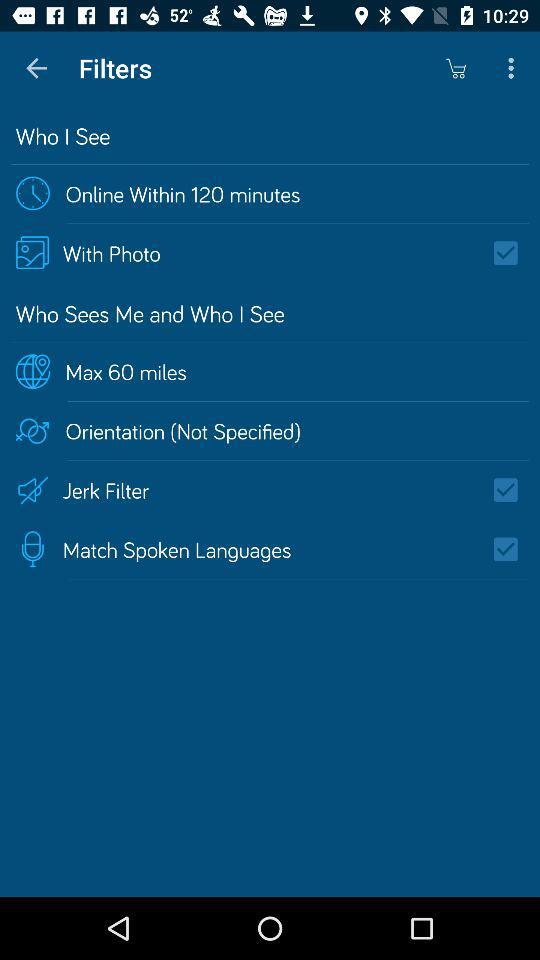 Image resolution: width=540 pixels, height=960 pixels. What do you see at coordinates (512, 549) in the screenshot?
I see `filter has been selected` at bounding box center [512, 549].